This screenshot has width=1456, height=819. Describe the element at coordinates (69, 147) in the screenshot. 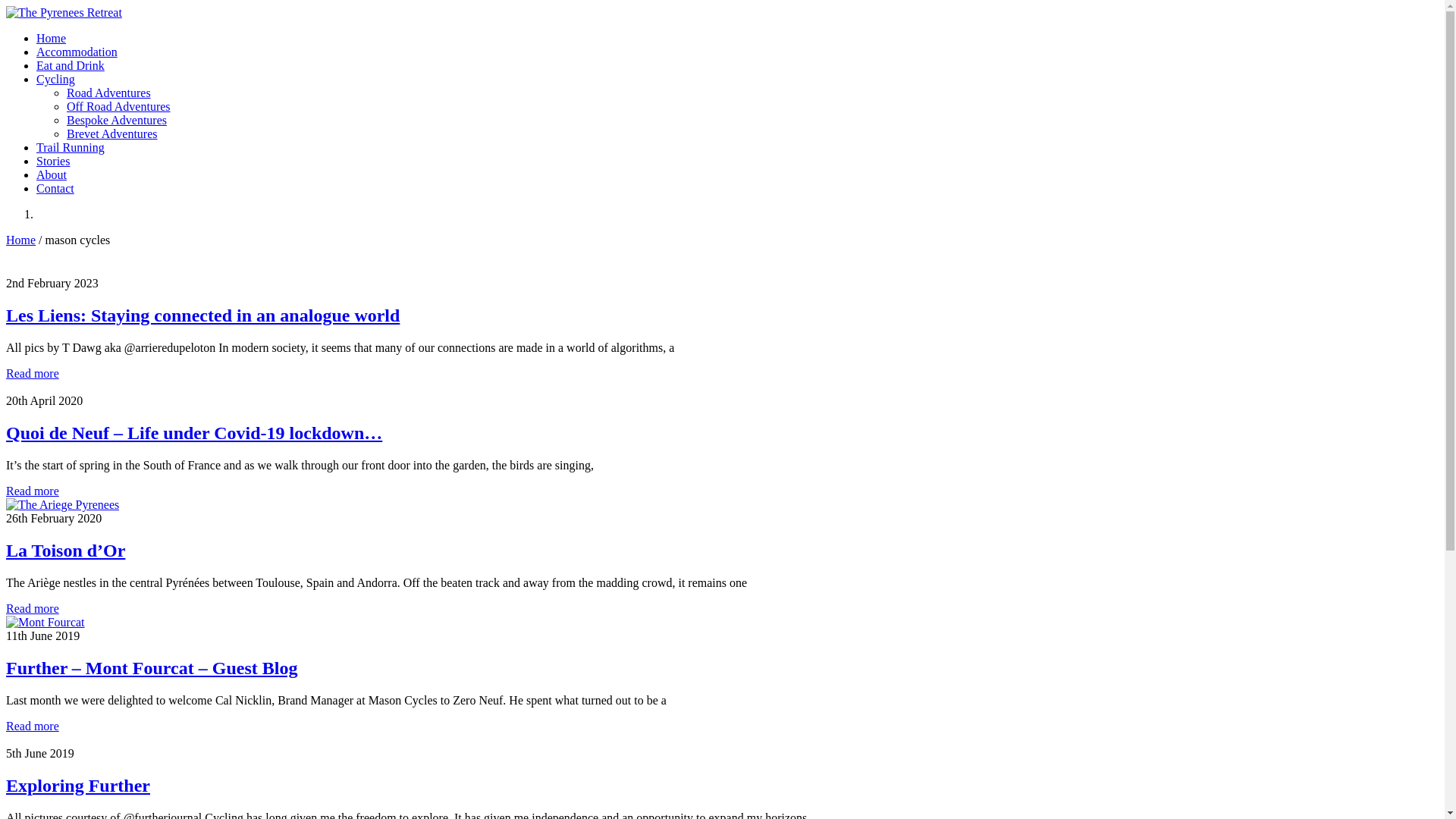

I see `'Trail Running'` at that location.